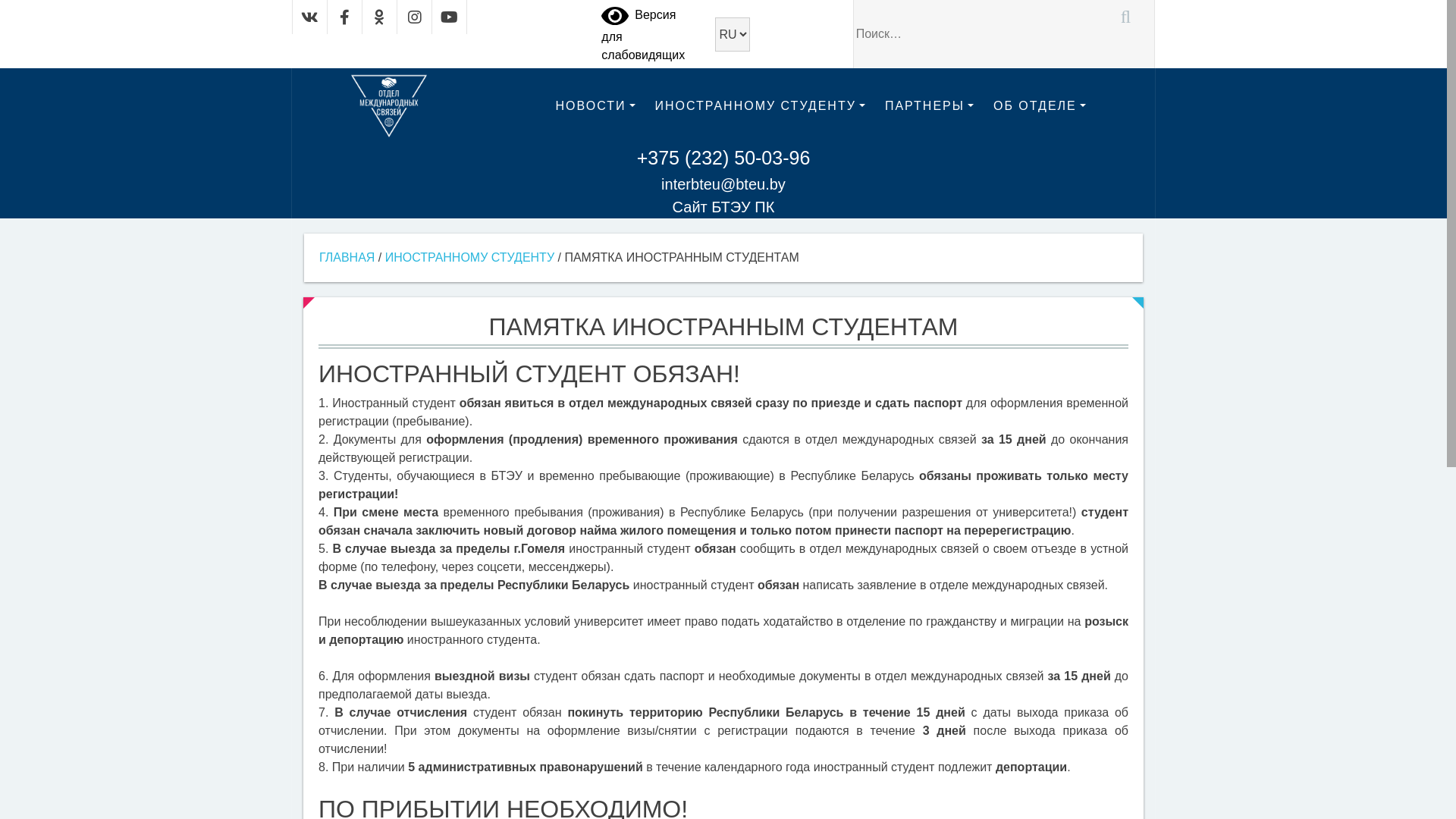 The height and width of the screenshot is (819, 1456). I want to click on 'interbteu@bteu.by', so click(723, 184).